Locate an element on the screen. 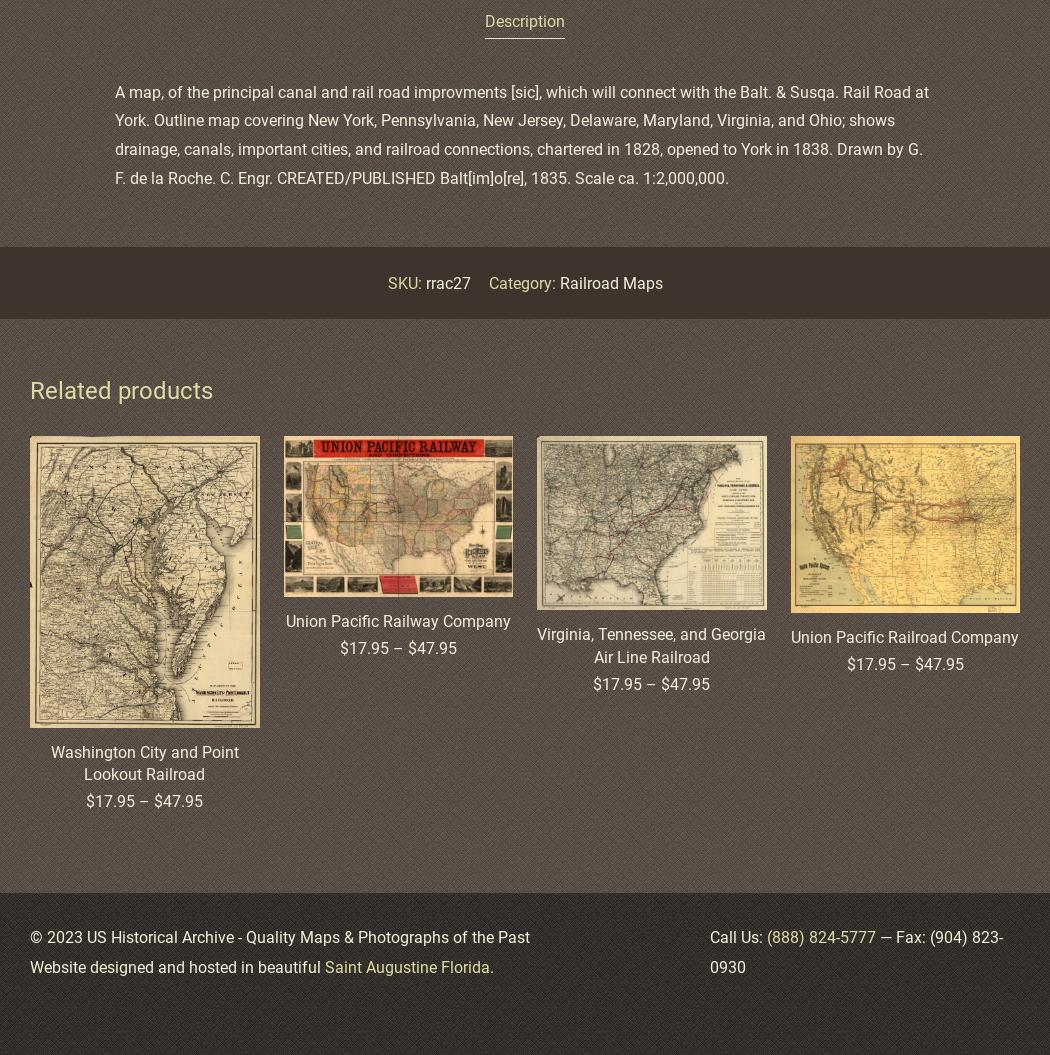 Image resolution: width=1050 pixels, height=1055 pixels. '— Fax: (904) 823-0930' is located at coordinates (856, 952).